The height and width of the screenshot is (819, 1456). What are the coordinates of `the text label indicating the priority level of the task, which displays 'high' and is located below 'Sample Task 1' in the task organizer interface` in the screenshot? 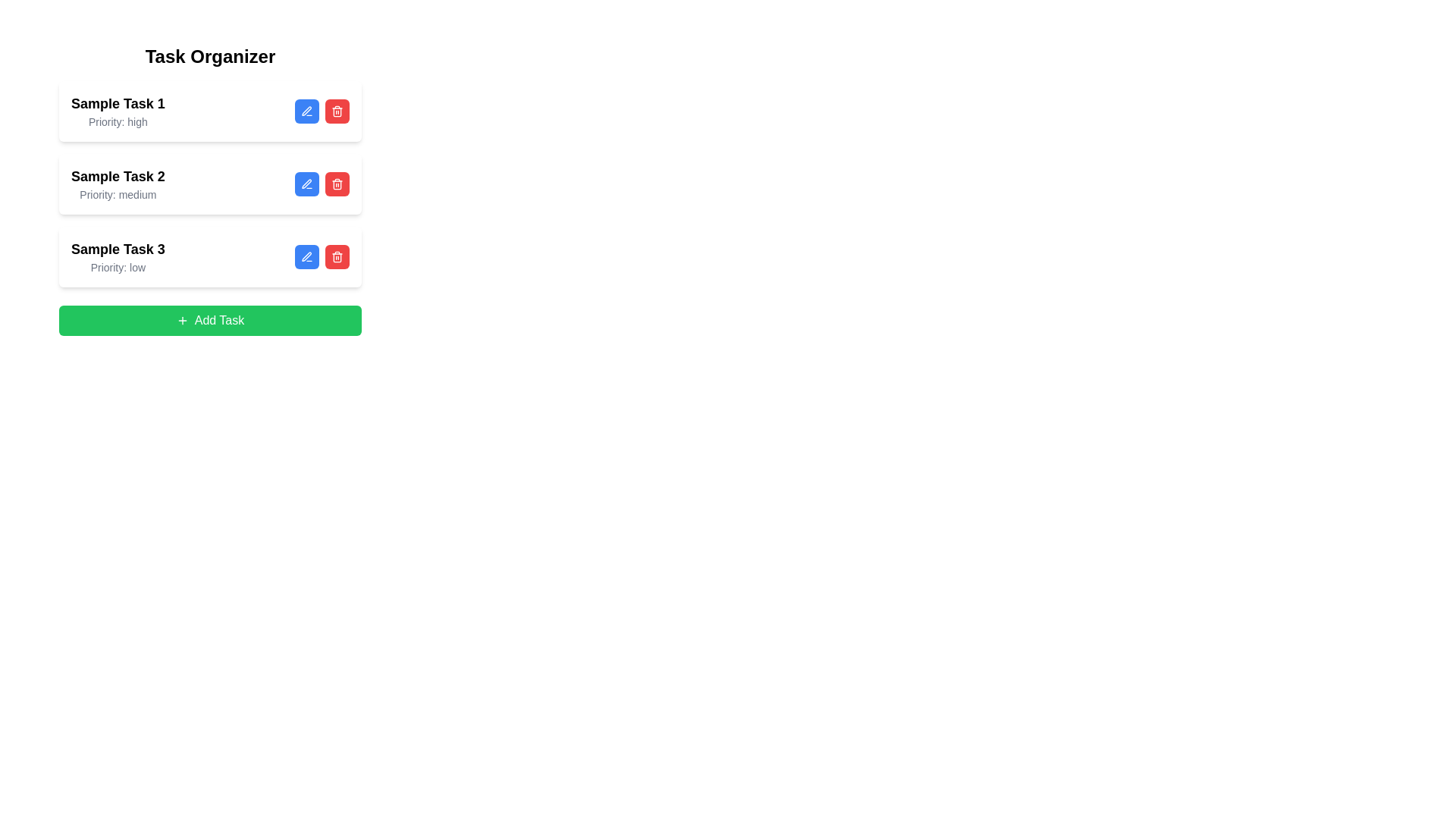 It's located at (117, 121).